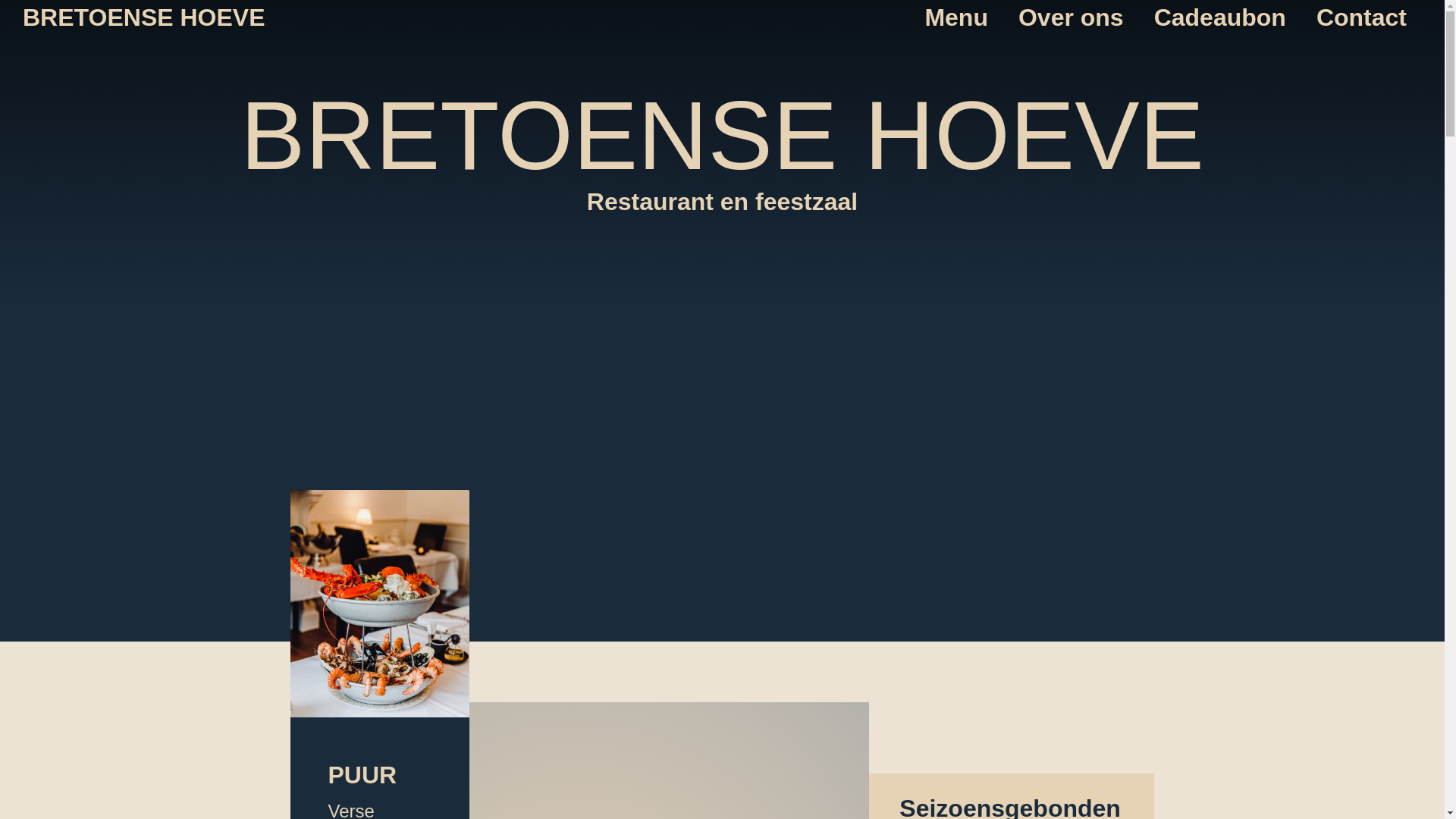  What do you see at coordinates (955, 17) in the screenshot?
I see `'Menu'` at bounding box center [955, 17].